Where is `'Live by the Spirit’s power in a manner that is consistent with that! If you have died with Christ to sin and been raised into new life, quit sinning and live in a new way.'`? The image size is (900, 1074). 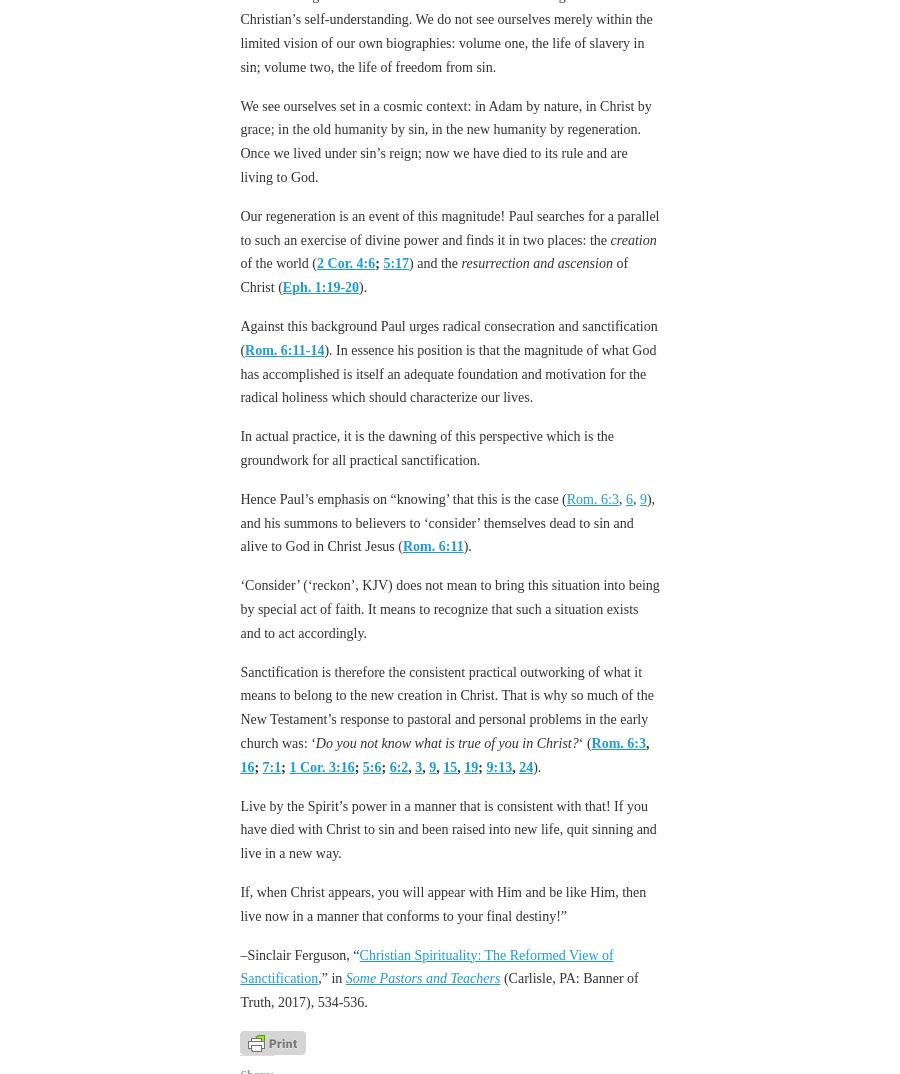 'Live by the Spirit’s power in a manner that is consistent with that! If you have died with Christ to sin and been raised into new life, quit sinning and live in a new way.' is located at coordinates (239, 829).